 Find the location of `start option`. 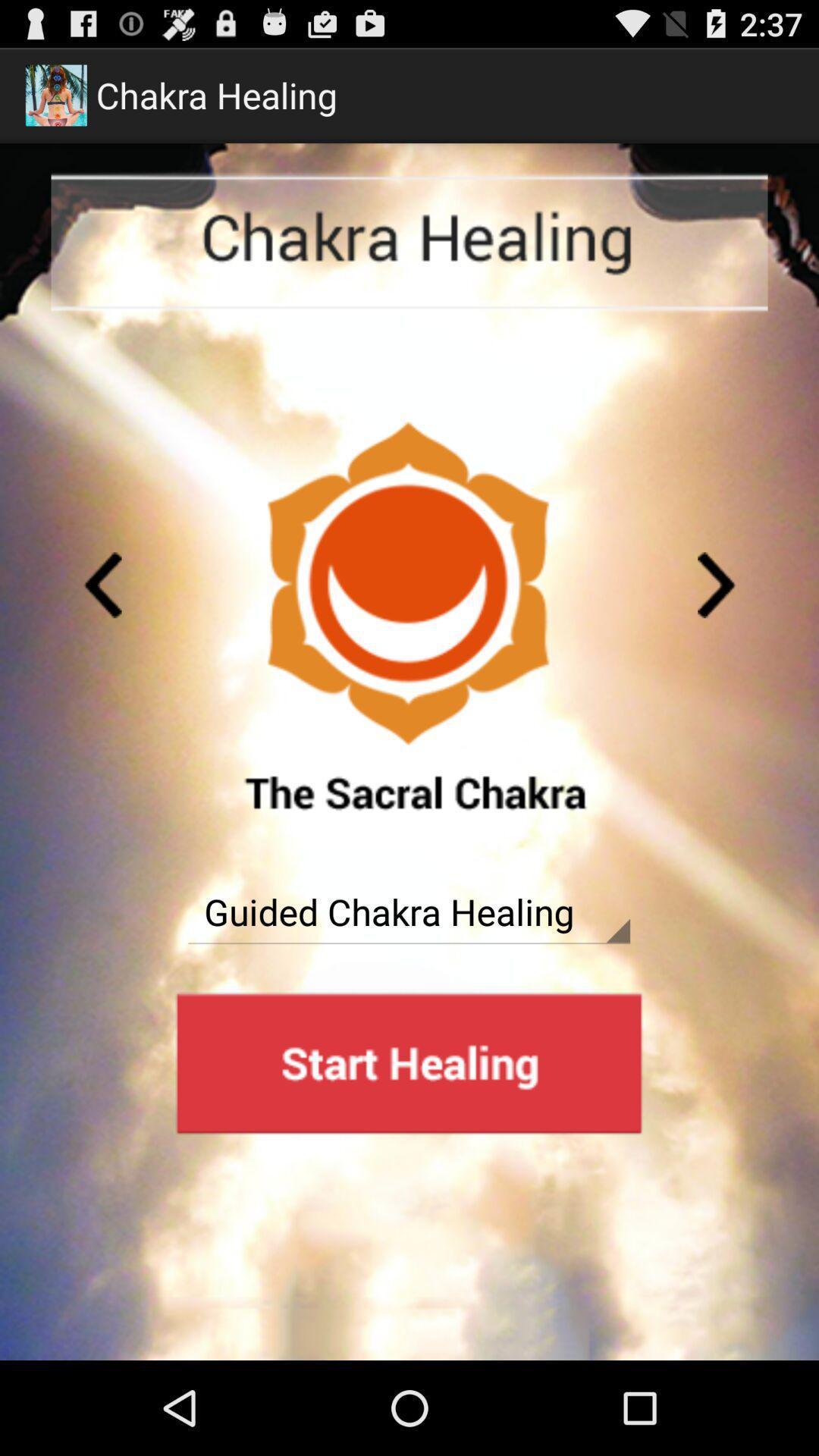

start option is located at coordinates (408, 1062).